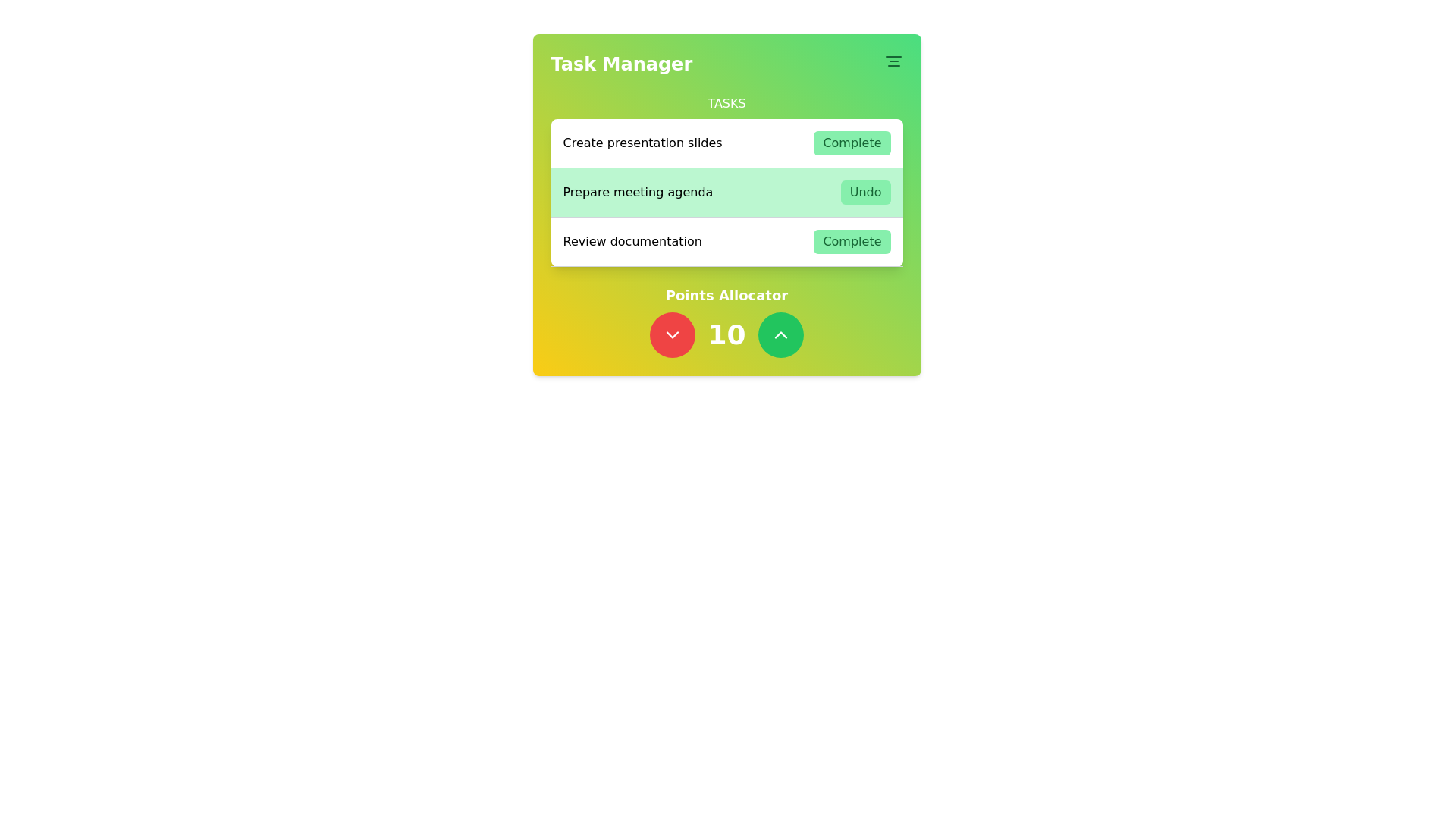 This screenshot has width=1456, height=819. Describe the element at coordinates (726, 180) in the screenshot. I see `the 'Undo' button in the Task row labeled 'Prepare meeting agenda' to revert the action` at that location.